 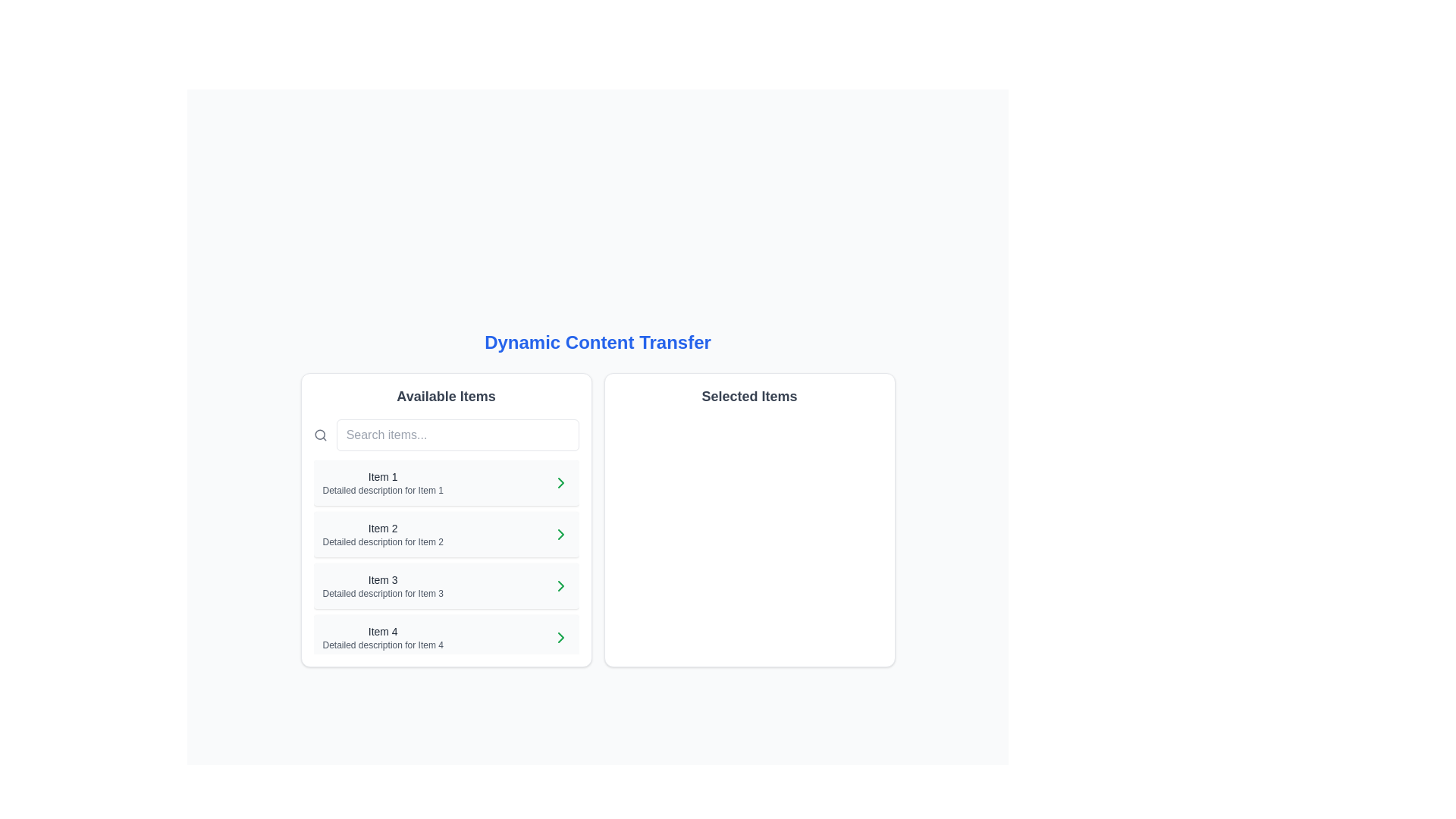 I want to click on the 'Item 4' text label, which is the bold title of the fourth list entry in the 'Available Items' section, so click(x=383, y=632).